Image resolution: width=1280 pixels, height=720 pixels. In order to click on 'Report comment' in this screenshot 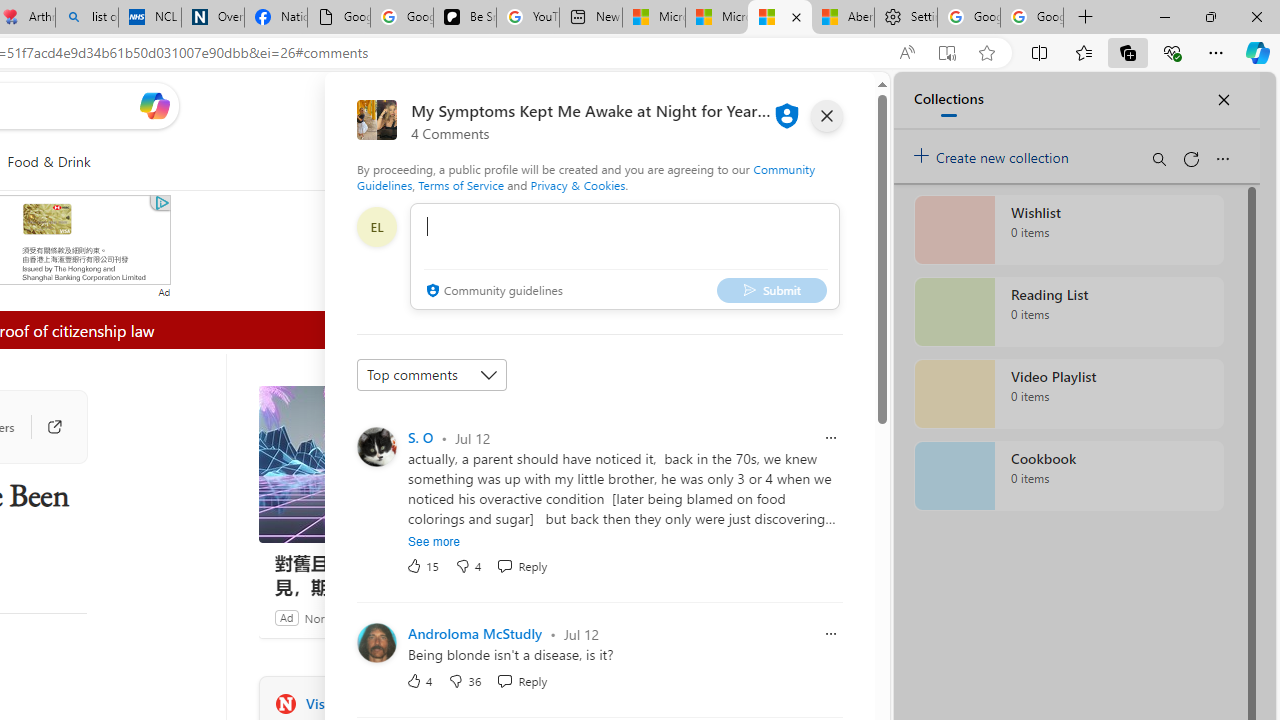, I will do `click(831, 633)`.